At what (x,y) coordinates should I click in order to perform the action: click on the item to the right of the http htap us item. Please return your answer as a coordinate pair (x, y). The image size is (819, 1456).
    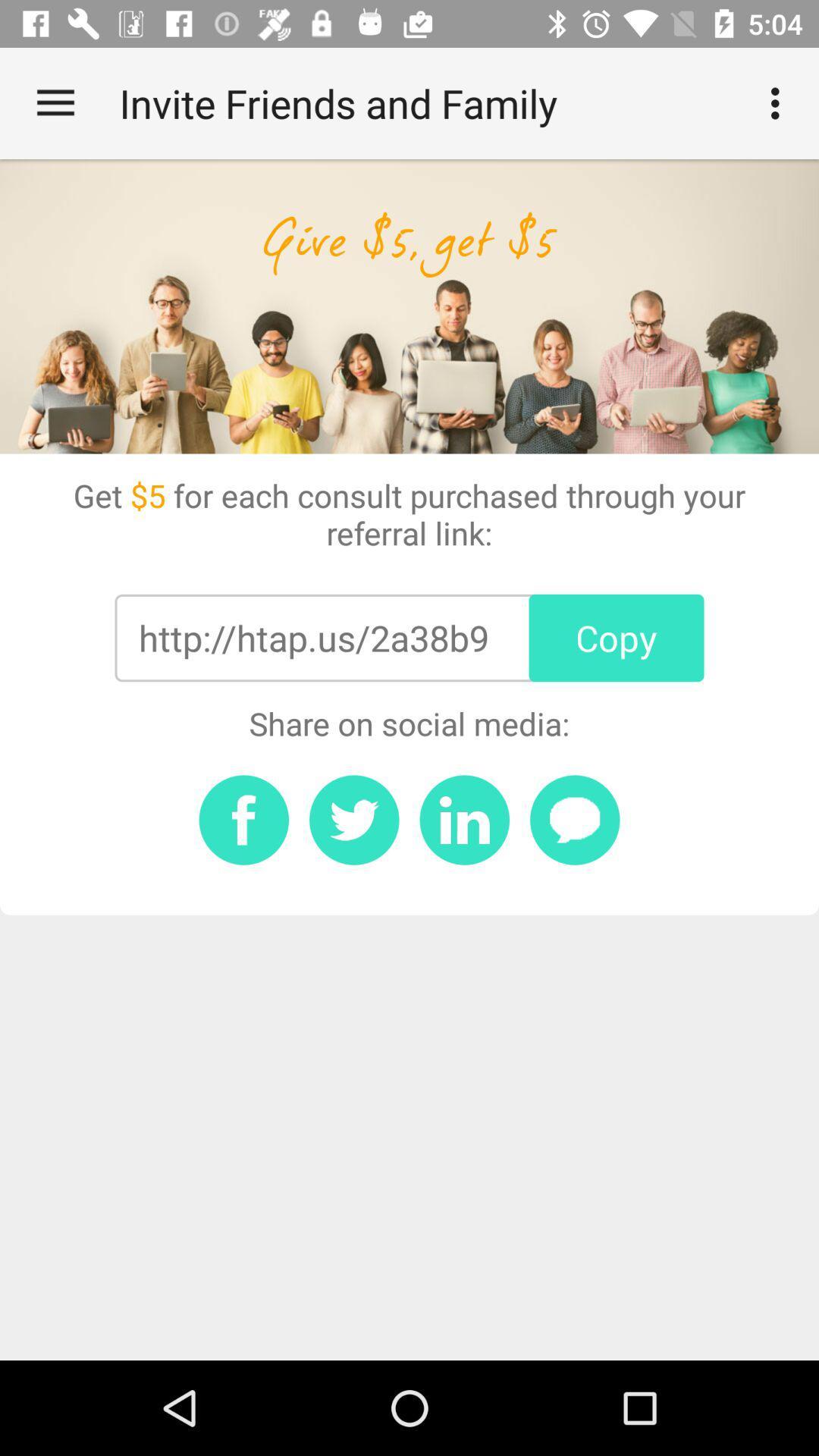
    Looking at the image, I should click on (617, 638).